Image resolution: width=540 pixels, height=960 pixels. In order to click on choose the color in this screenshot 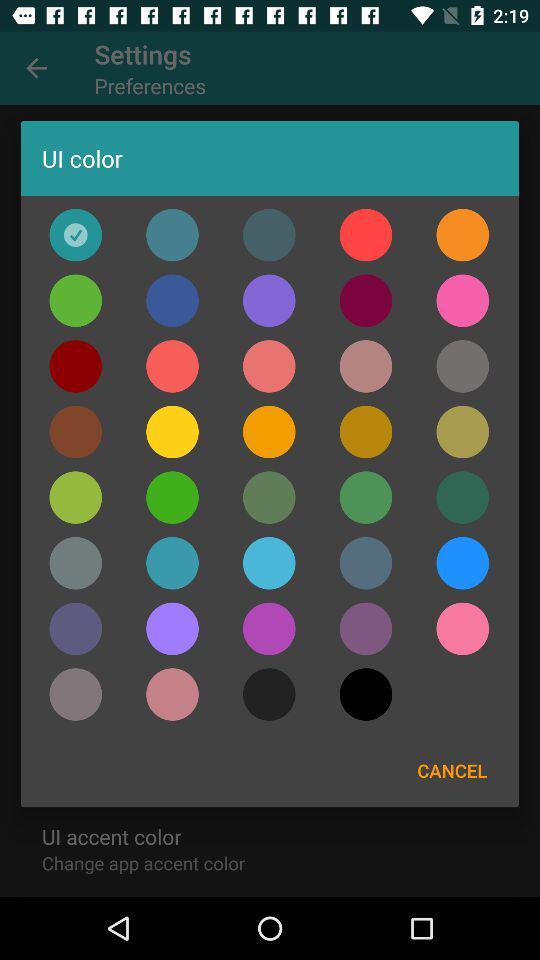, I will do `click(462, 432)`.